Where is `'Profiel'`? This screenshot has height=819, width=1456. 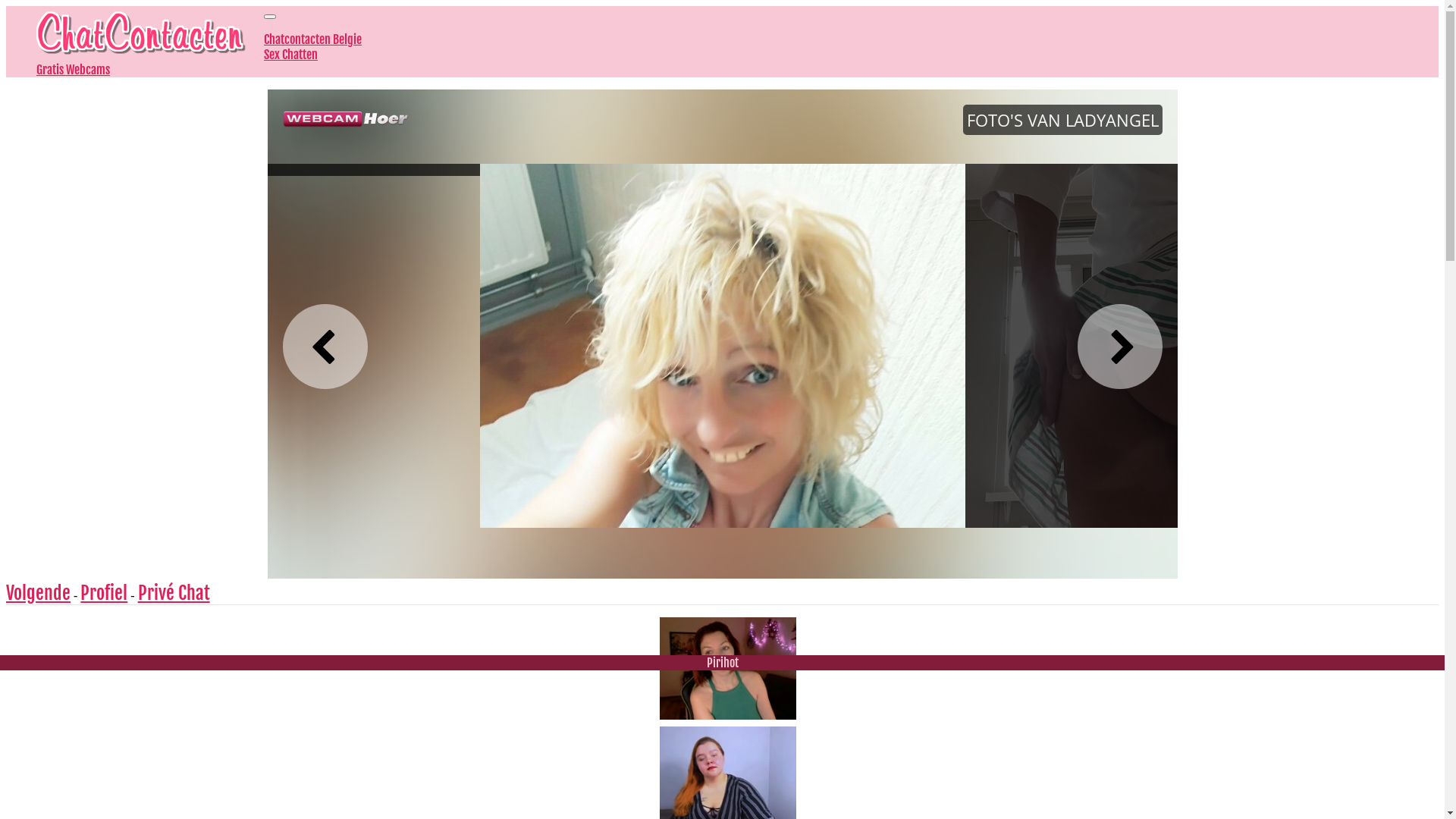
'Profiel' is located at coordinates (79, 592).